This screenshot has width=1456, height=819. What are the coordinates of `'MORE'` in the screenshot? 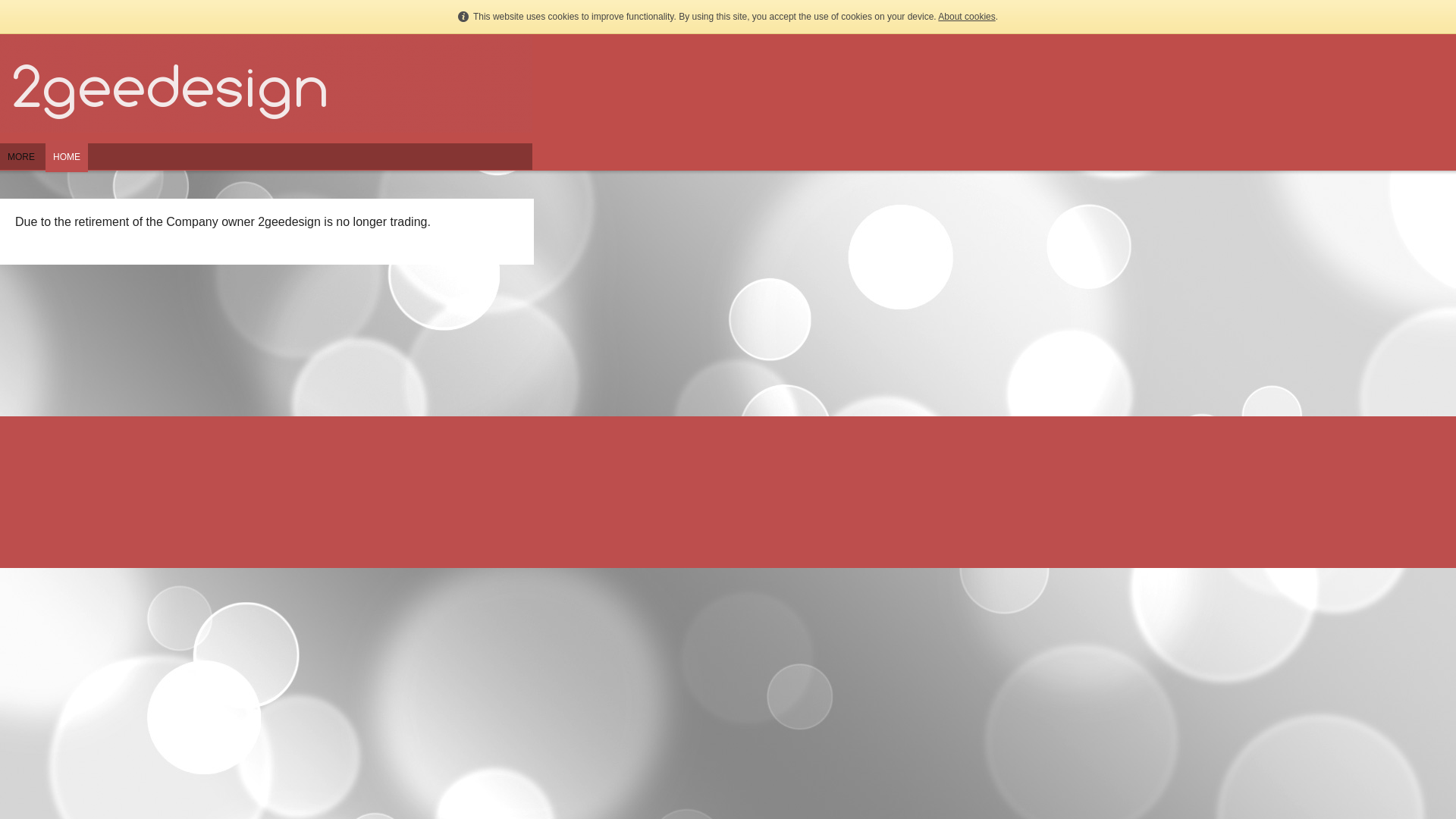 It's located at (21, 164).